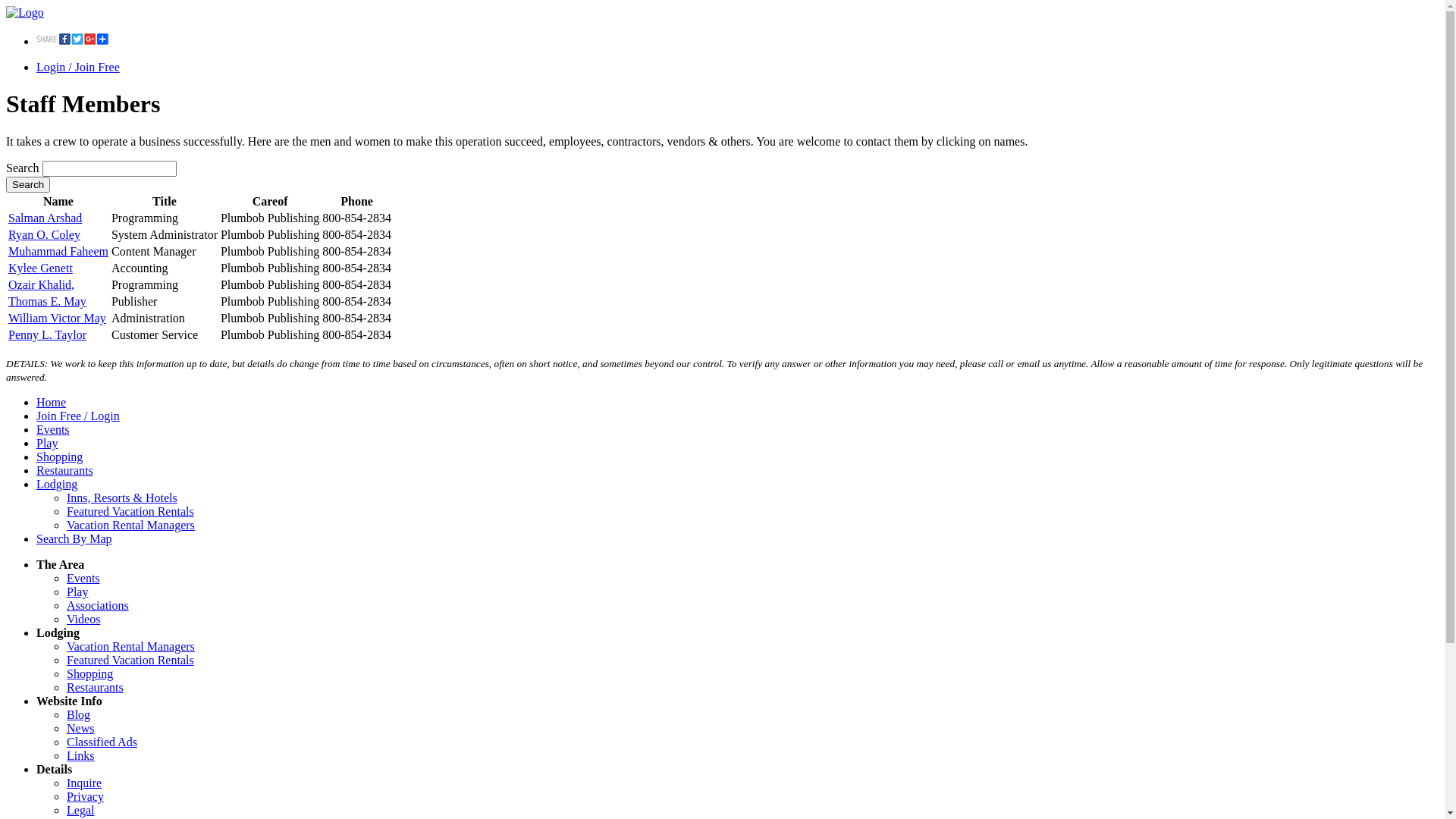 Image resolution: width=1456 pixels, height=819 pixels. What do you see at coordinates (84, 795) in the screenshot?
I see `'Privacy'` at bounding box center [84, 795].